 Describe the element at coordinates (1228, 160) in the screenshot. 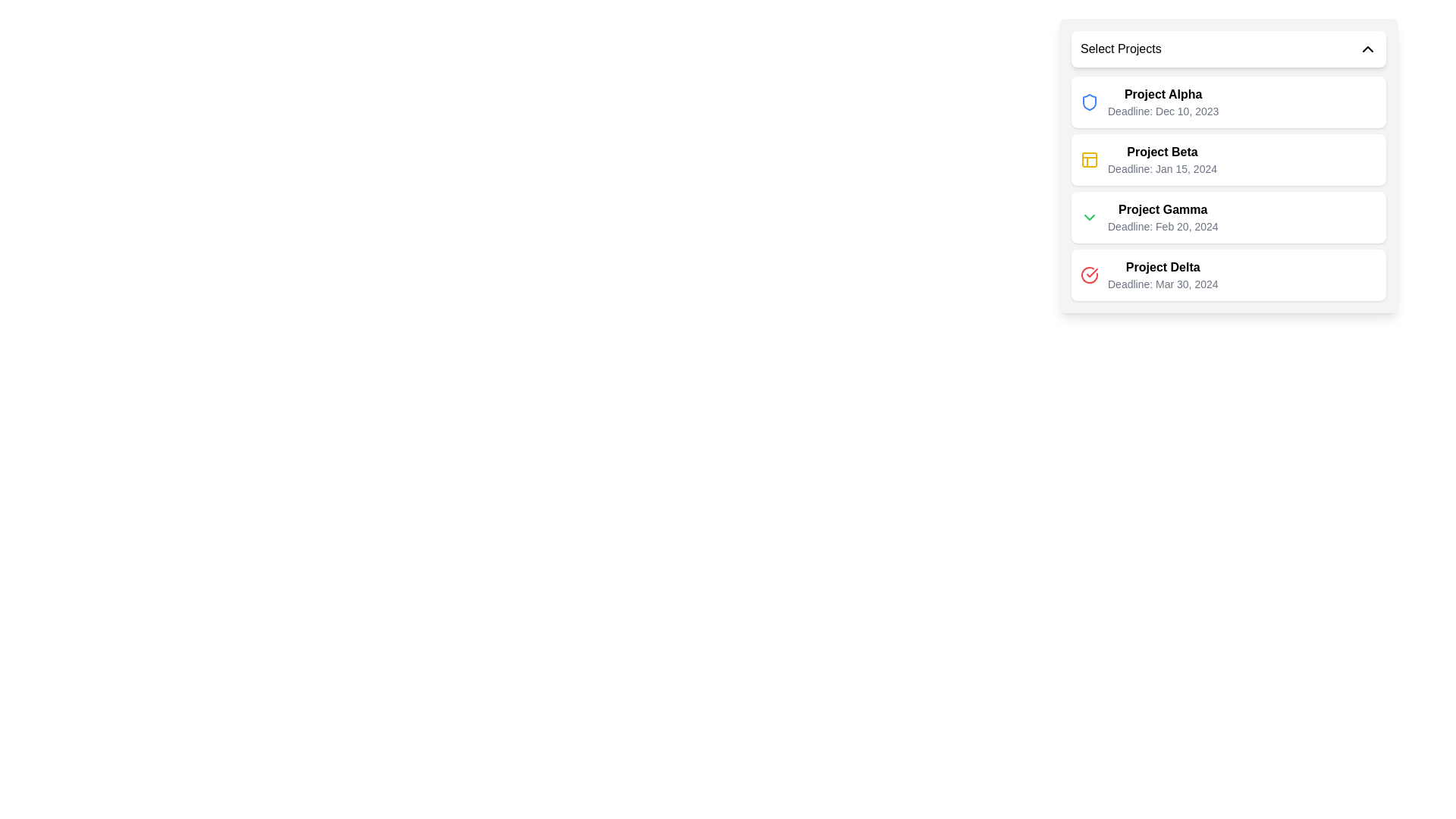

I see `the list item representing 'Project Beta'` at that location.